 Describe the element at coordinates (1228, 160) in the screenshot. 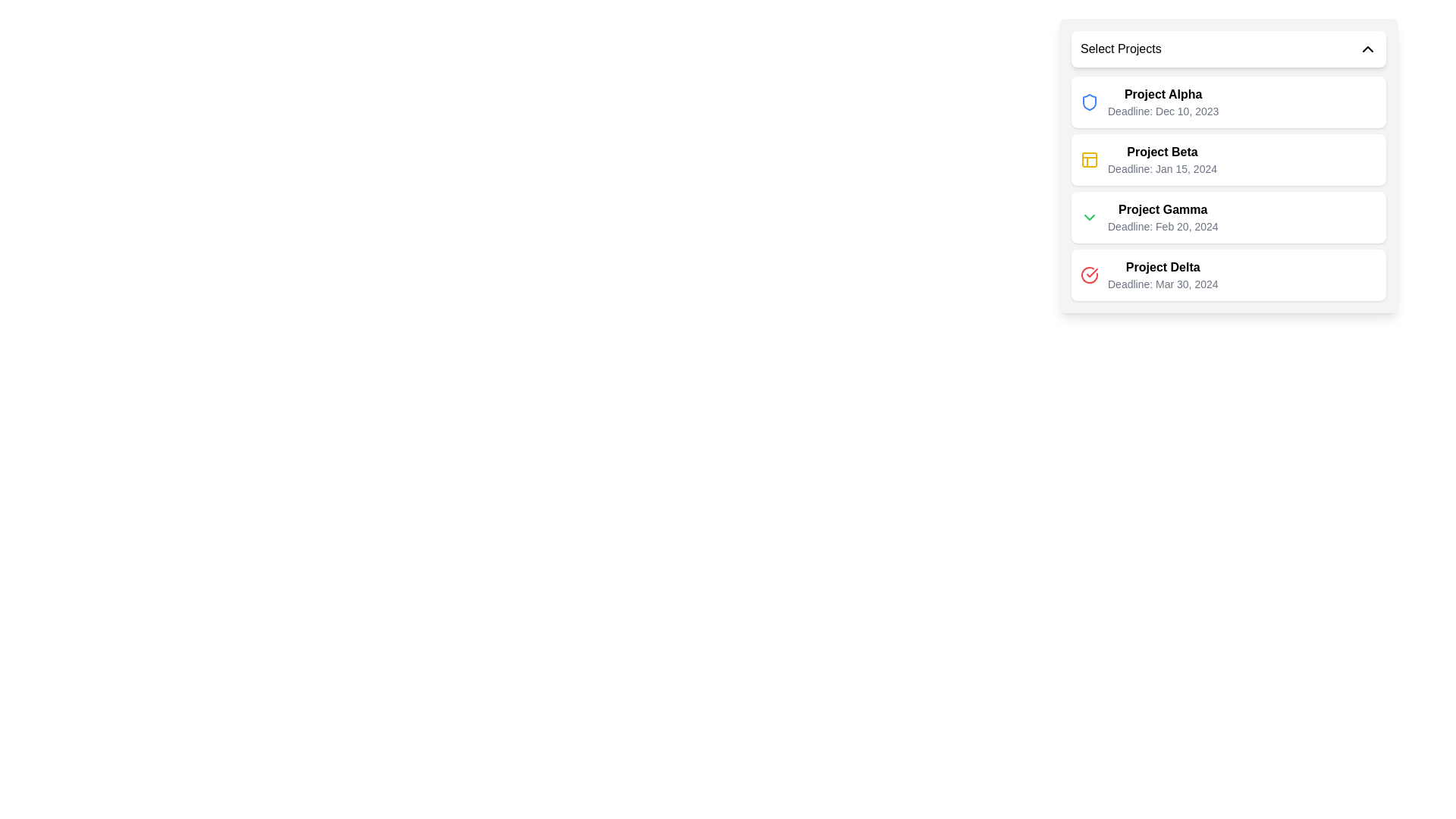

I see `the list item representing 'Project Beta'` at that location.